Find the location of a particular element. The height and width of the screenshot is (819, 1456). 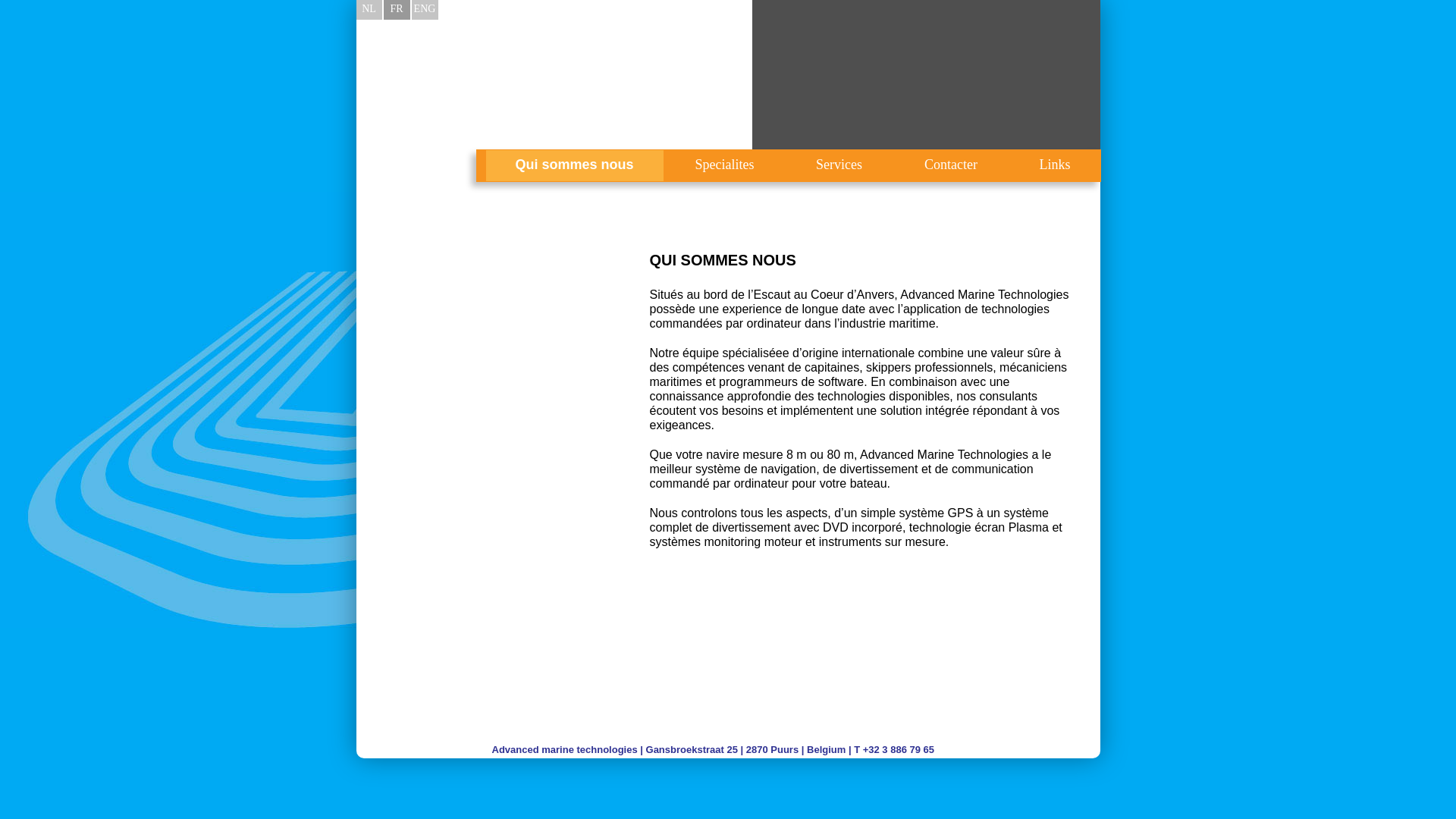

'Links' is located at coordinates (1009, 165).